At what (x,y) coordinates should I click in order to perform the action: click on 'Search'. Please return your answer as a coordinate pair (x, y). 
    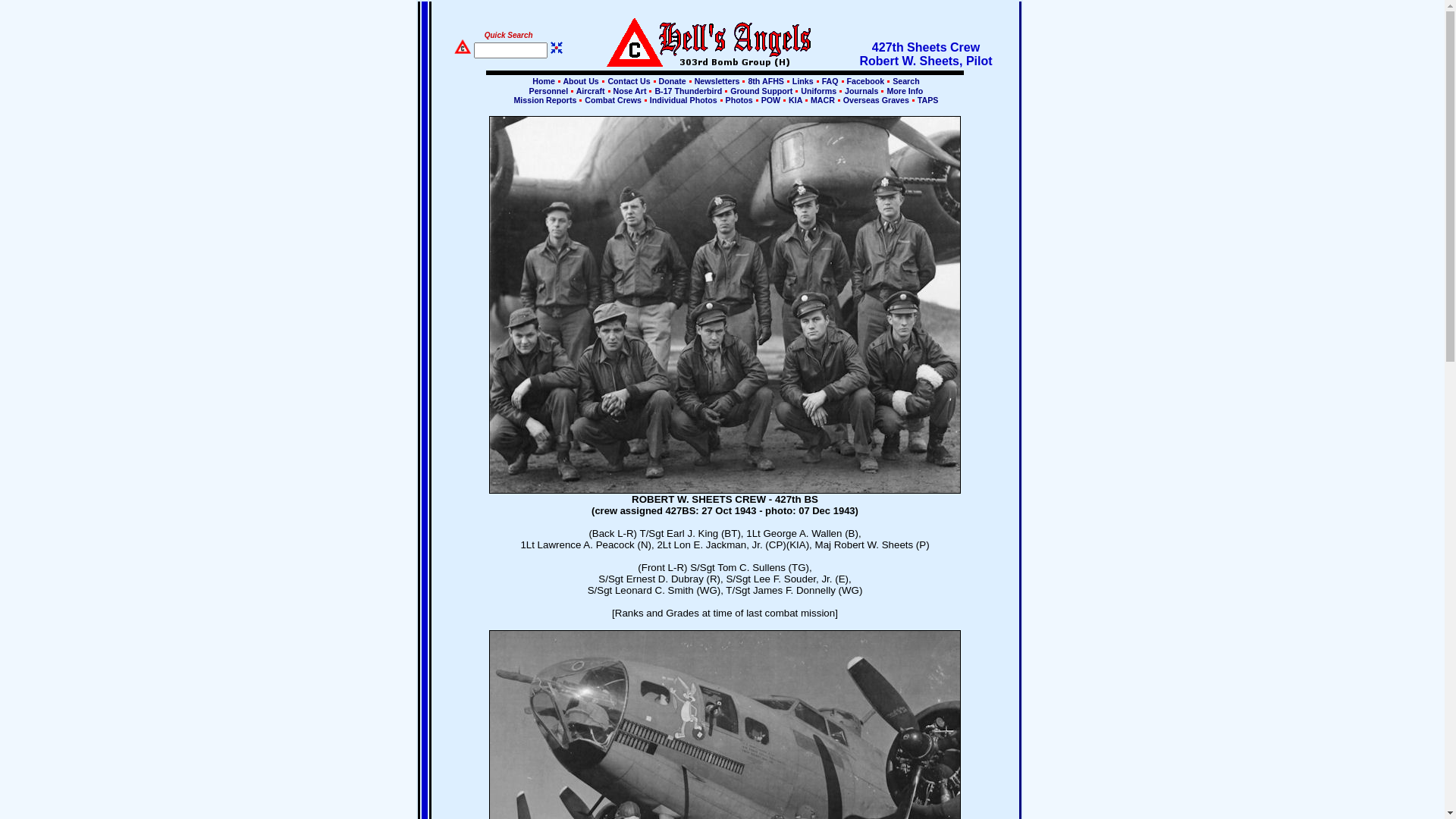
    Looking at the image, I should click on (905, 81).